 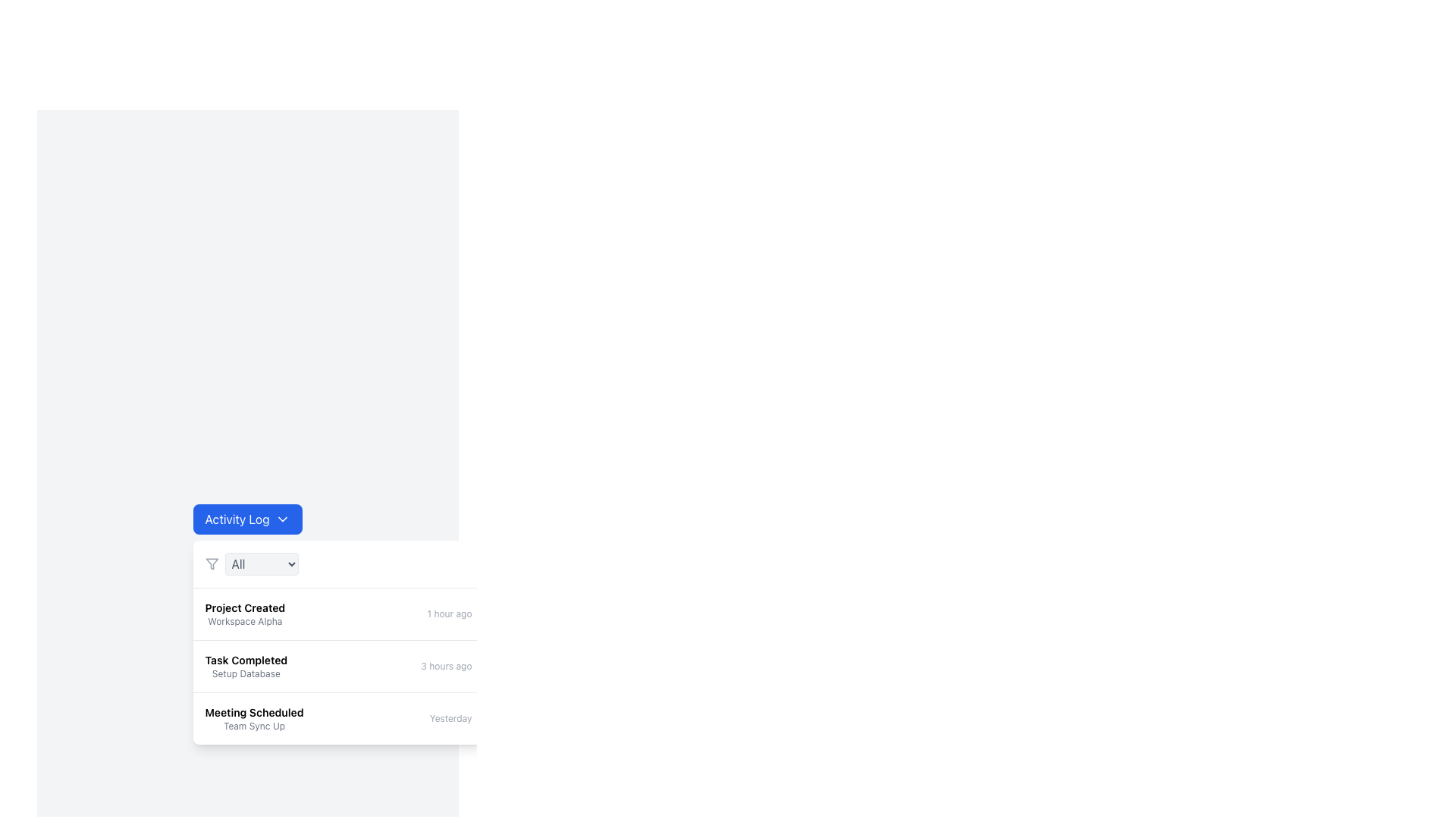 I want to click on the List Item titled 'Meeting Scheduled' in the Activity Log, which provides details about a Team Sync Up event that occurred Yesterday, so click(x=337, y=717).